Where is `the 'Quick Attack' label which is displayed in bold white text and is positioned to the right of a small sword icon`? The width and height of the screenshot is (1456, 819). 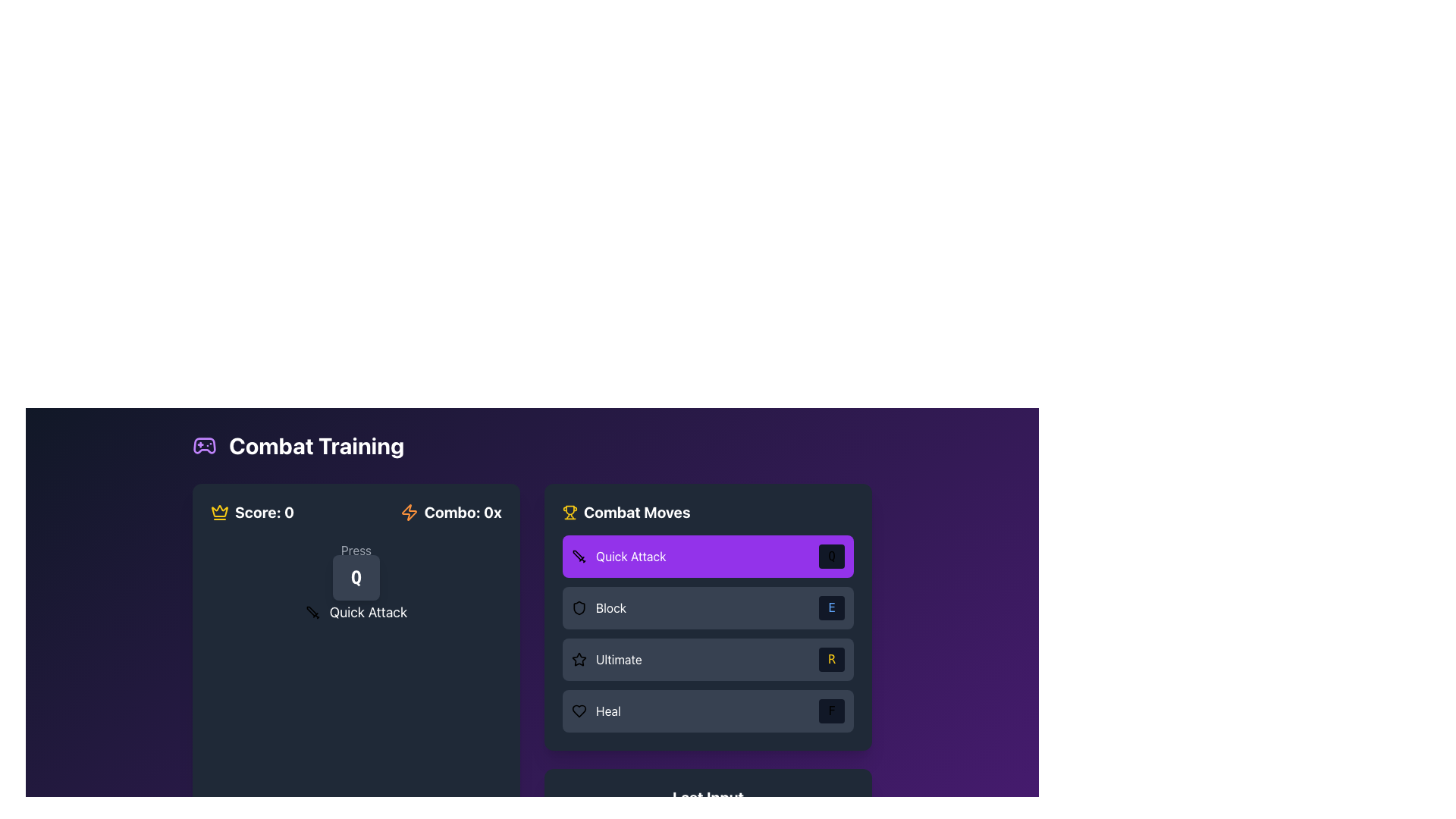
the 'Quick Attack' label which is displayed in bold white text and is positioned to the right of a small sword icon is located at coordinates (368, 611).